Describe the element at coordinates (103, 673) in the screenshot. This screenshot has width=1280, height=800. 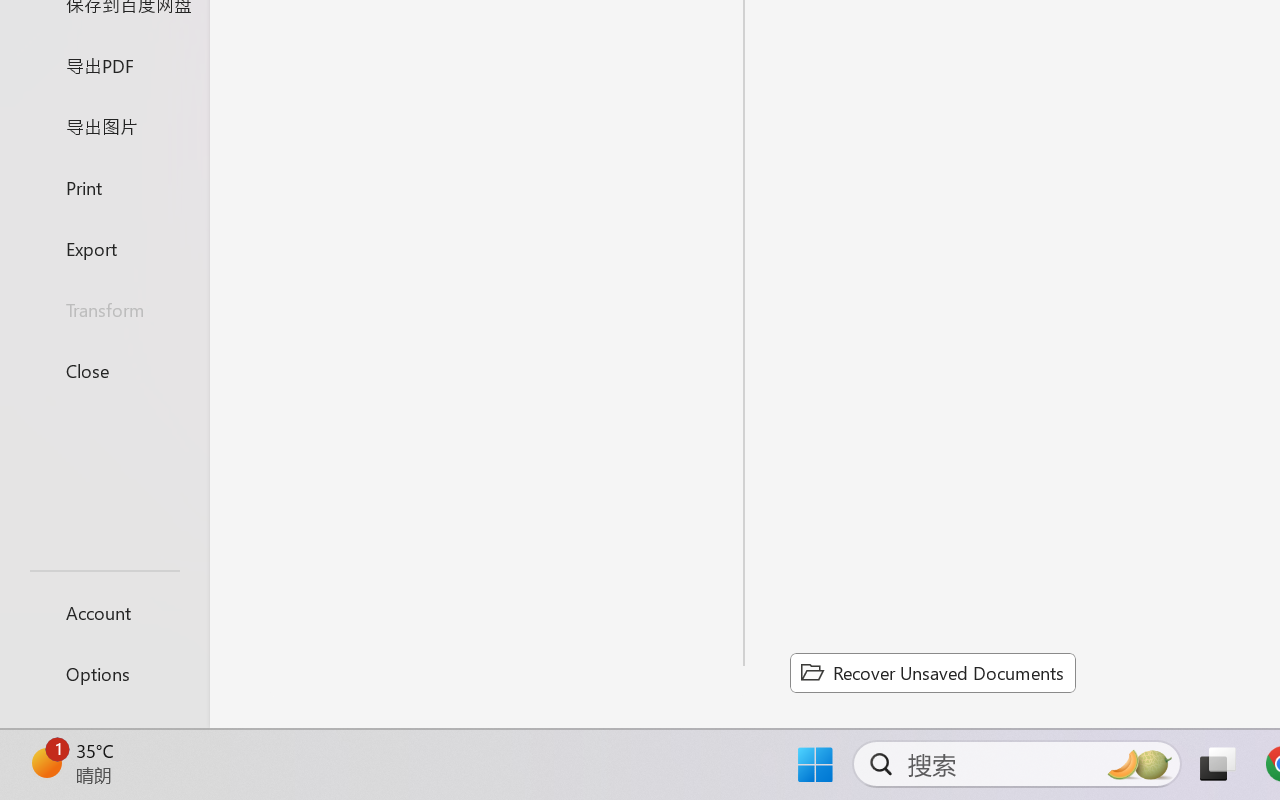
I see `'Options'` at that location.